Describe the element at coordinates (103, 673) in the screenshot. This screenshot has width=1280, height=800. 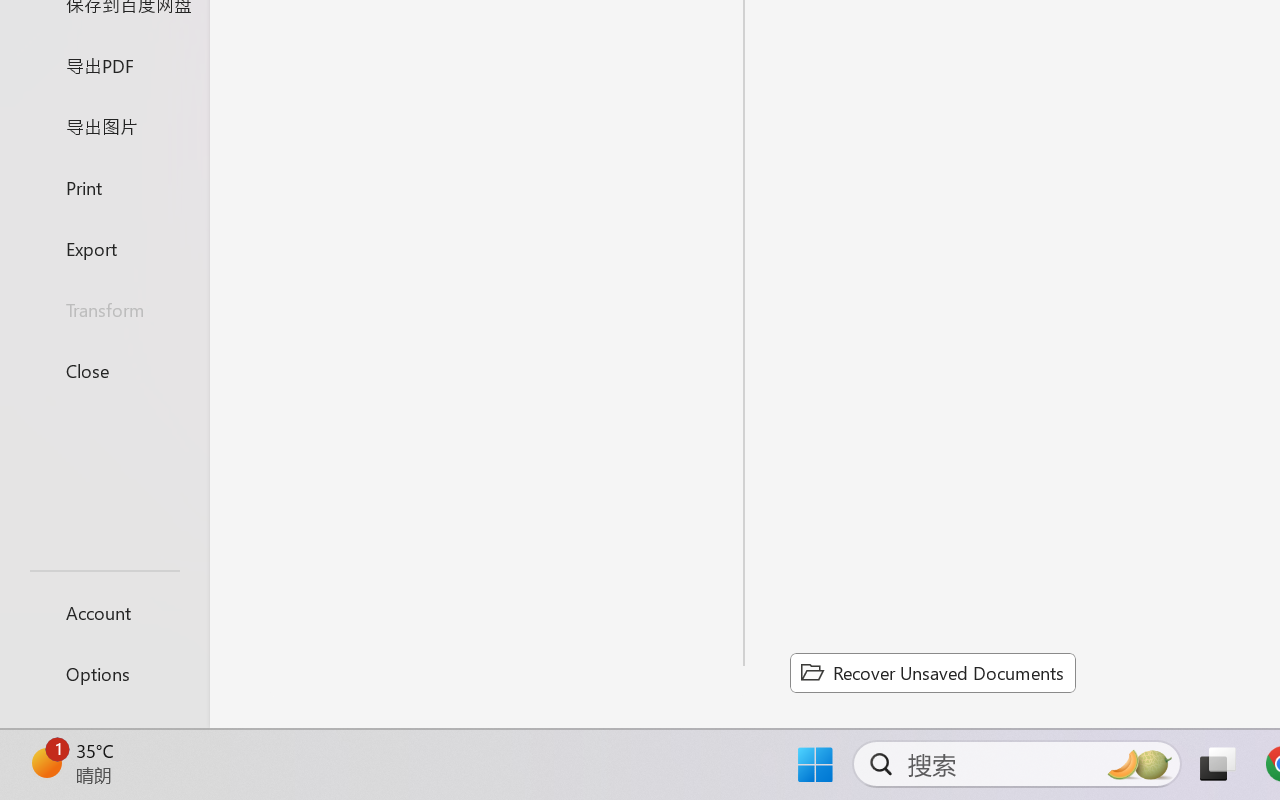
I see `'Options'` at that location.